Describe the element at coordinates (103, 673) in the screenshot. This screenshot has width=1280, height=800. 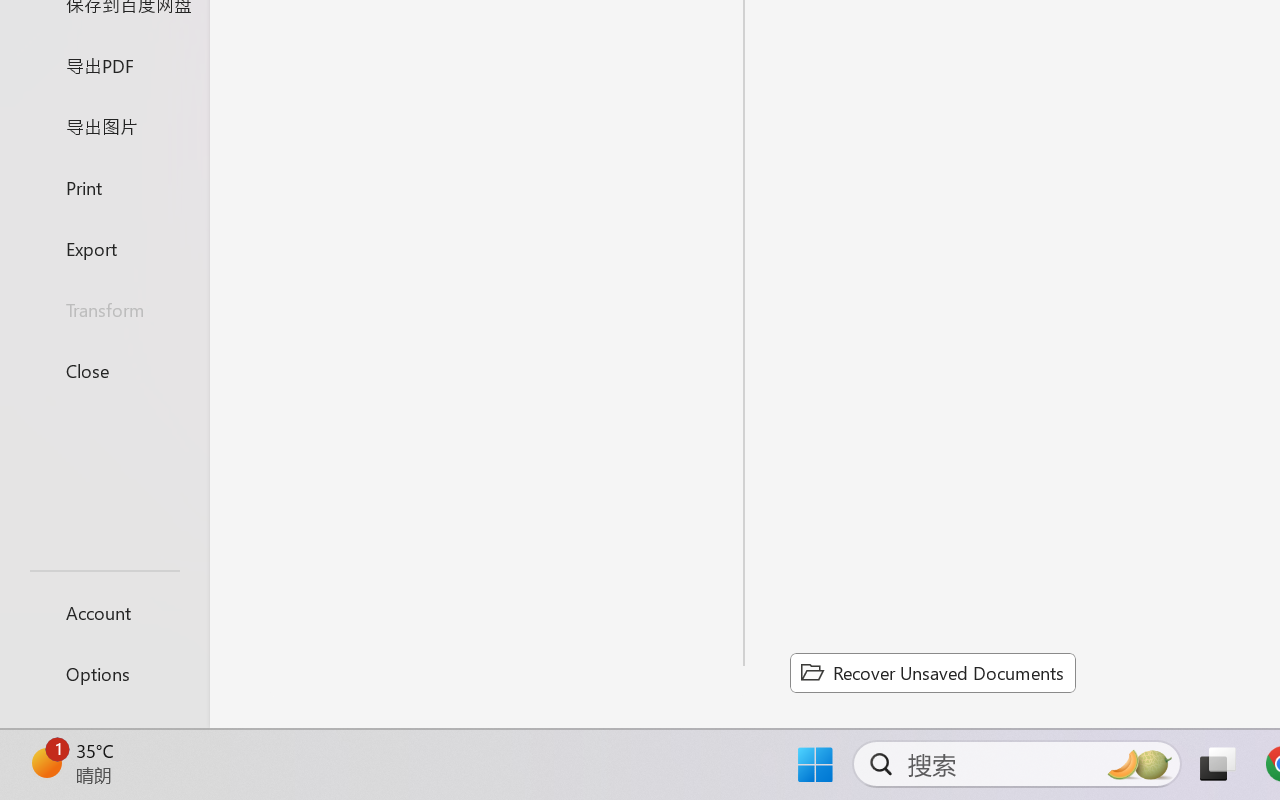
I see `'Options'` at that location.